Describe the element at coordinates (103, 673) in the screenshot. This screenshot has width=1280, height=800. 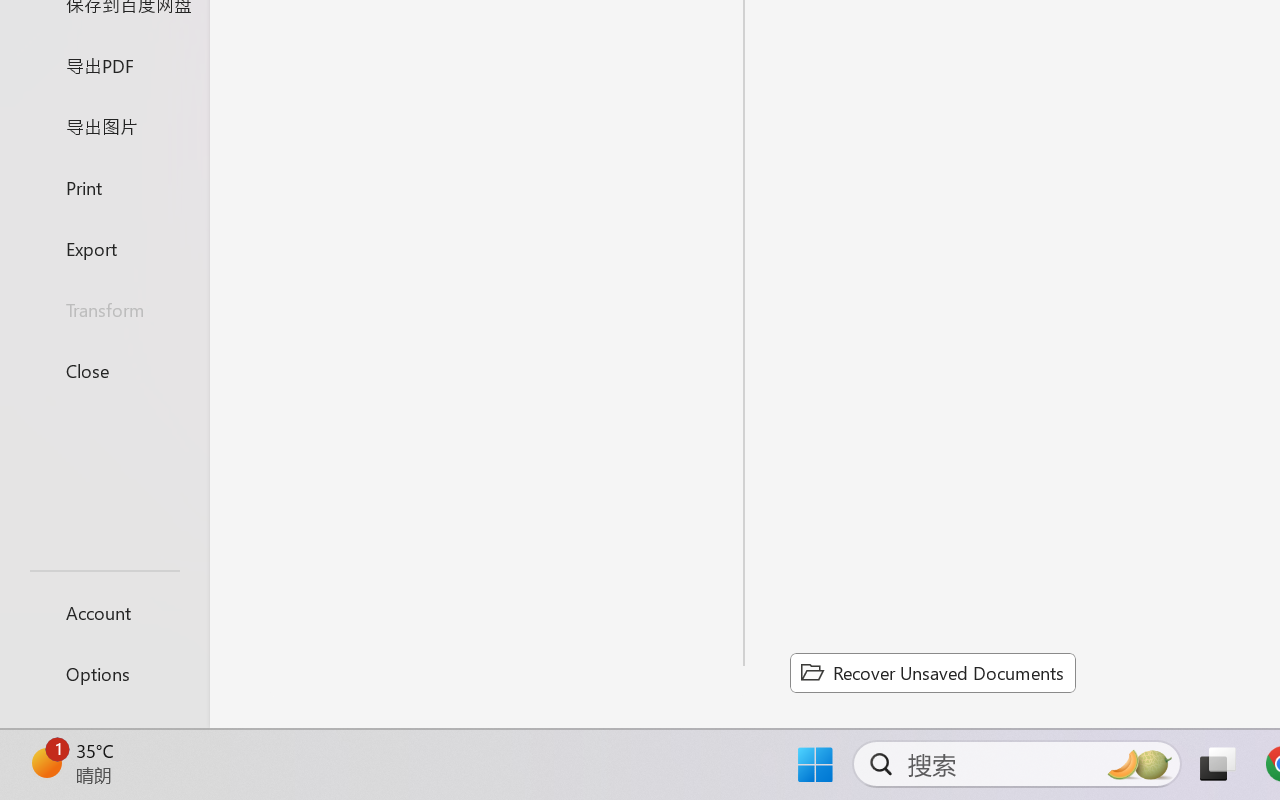
I see `'Options'` at that location.